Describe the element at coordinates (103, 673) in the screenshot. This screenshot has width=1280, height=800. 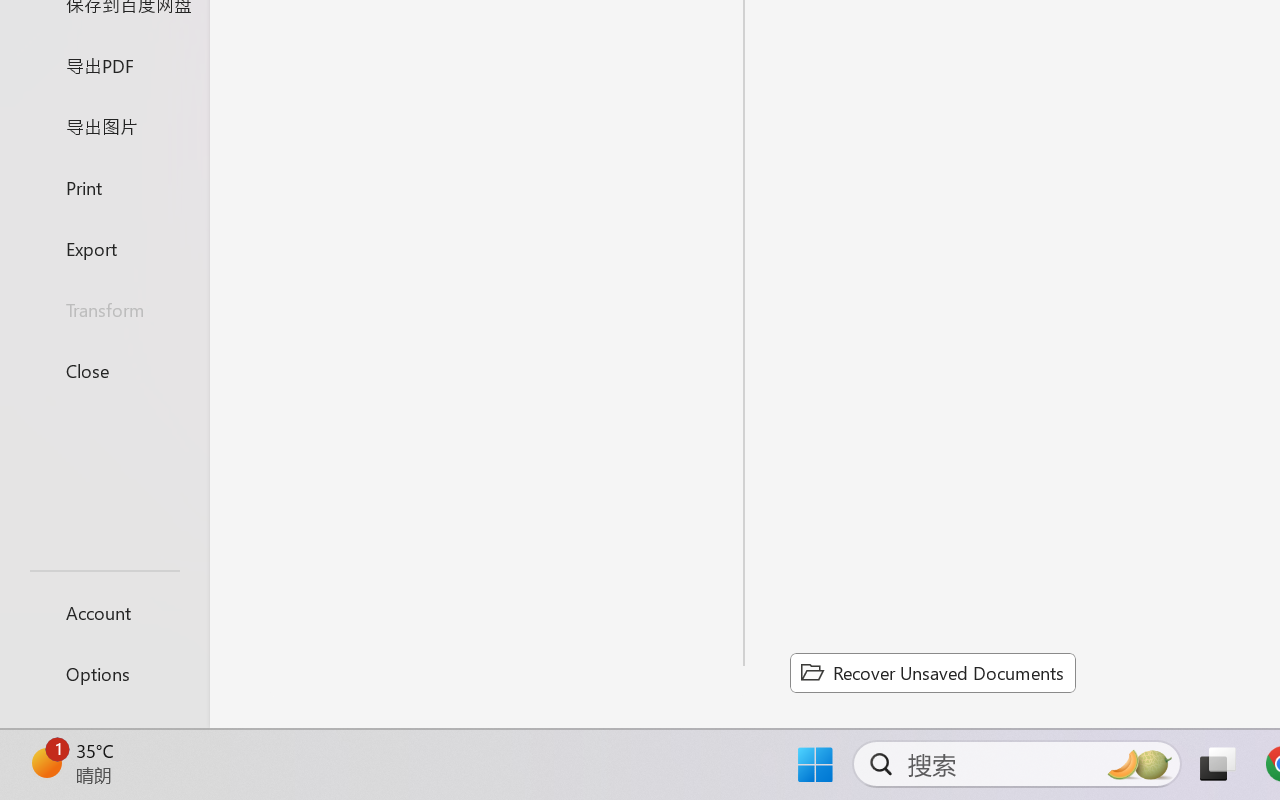
I see `'Options'` at that location.